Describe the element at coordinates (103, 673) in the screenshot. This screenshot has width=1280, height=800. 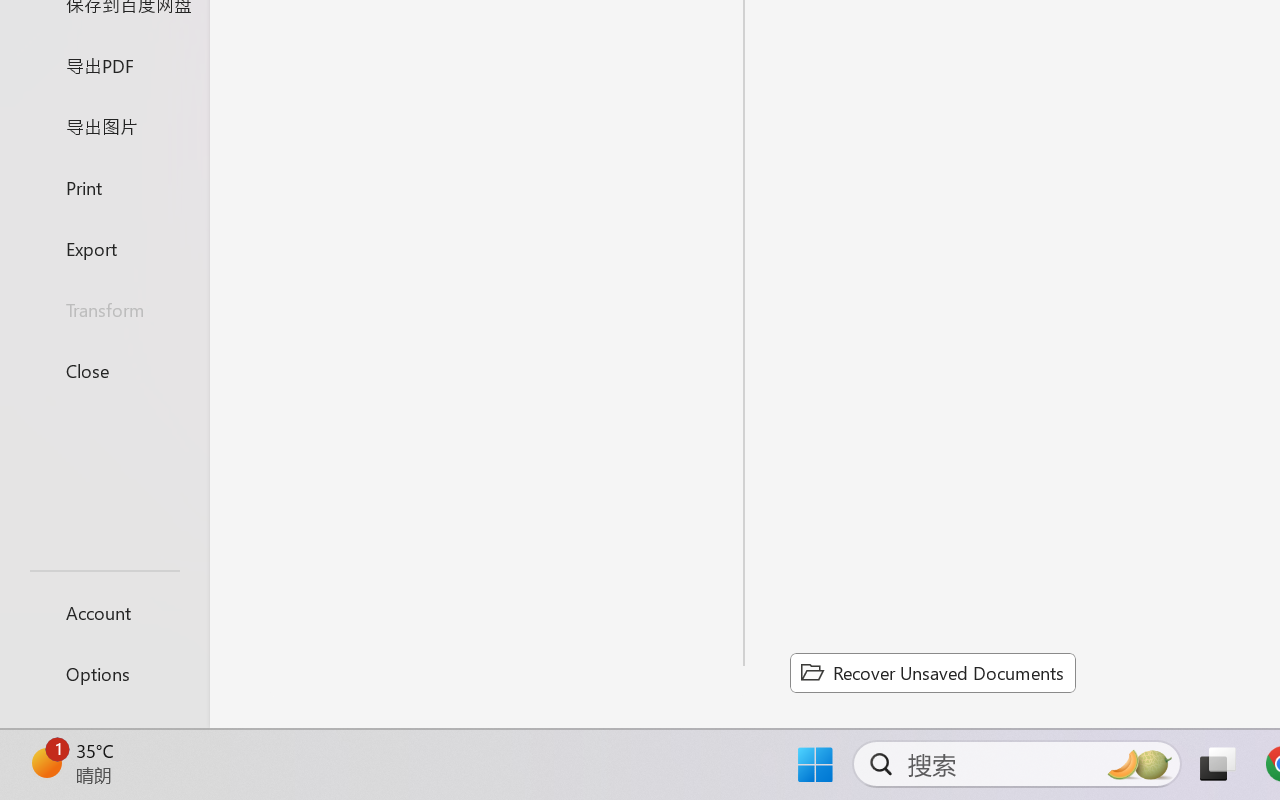
I see `'Options'` at that location.